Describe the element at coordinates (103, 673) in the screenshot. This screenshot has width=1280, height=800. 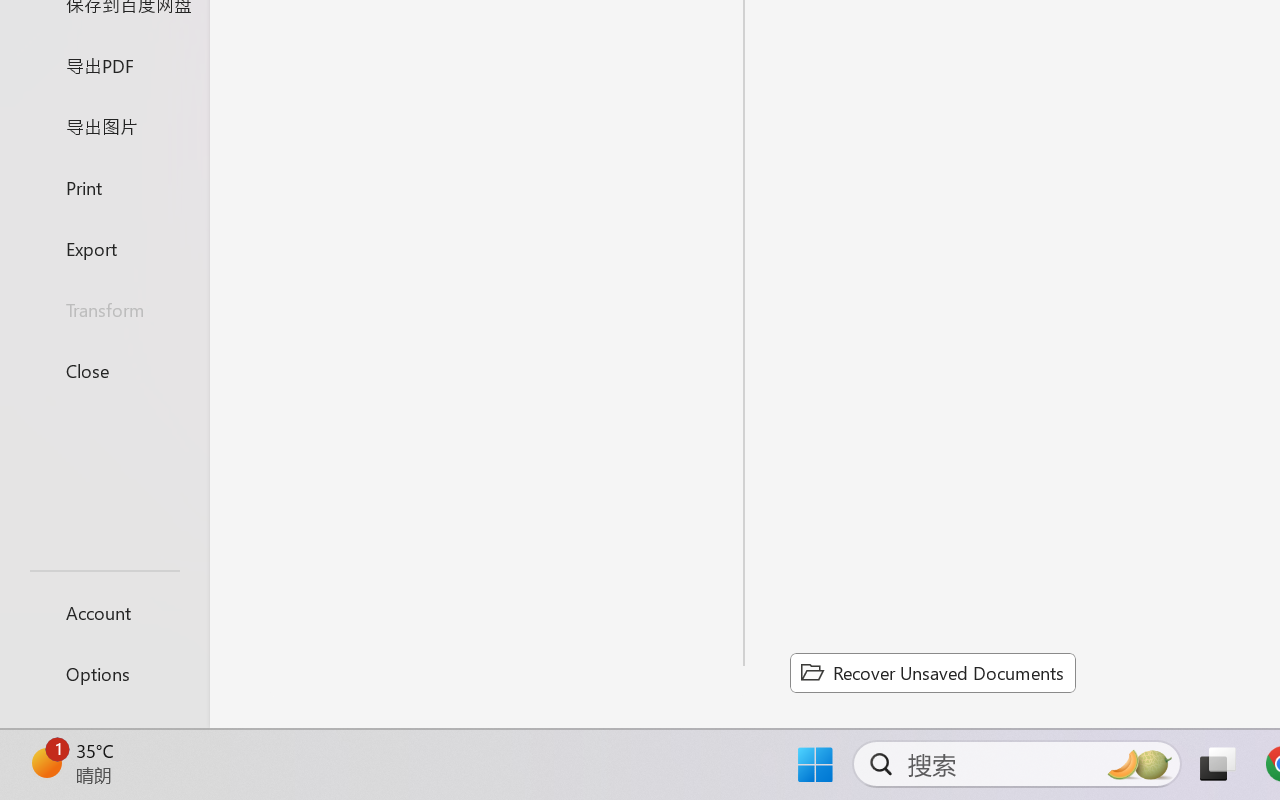
I see `'Options'` at that location.